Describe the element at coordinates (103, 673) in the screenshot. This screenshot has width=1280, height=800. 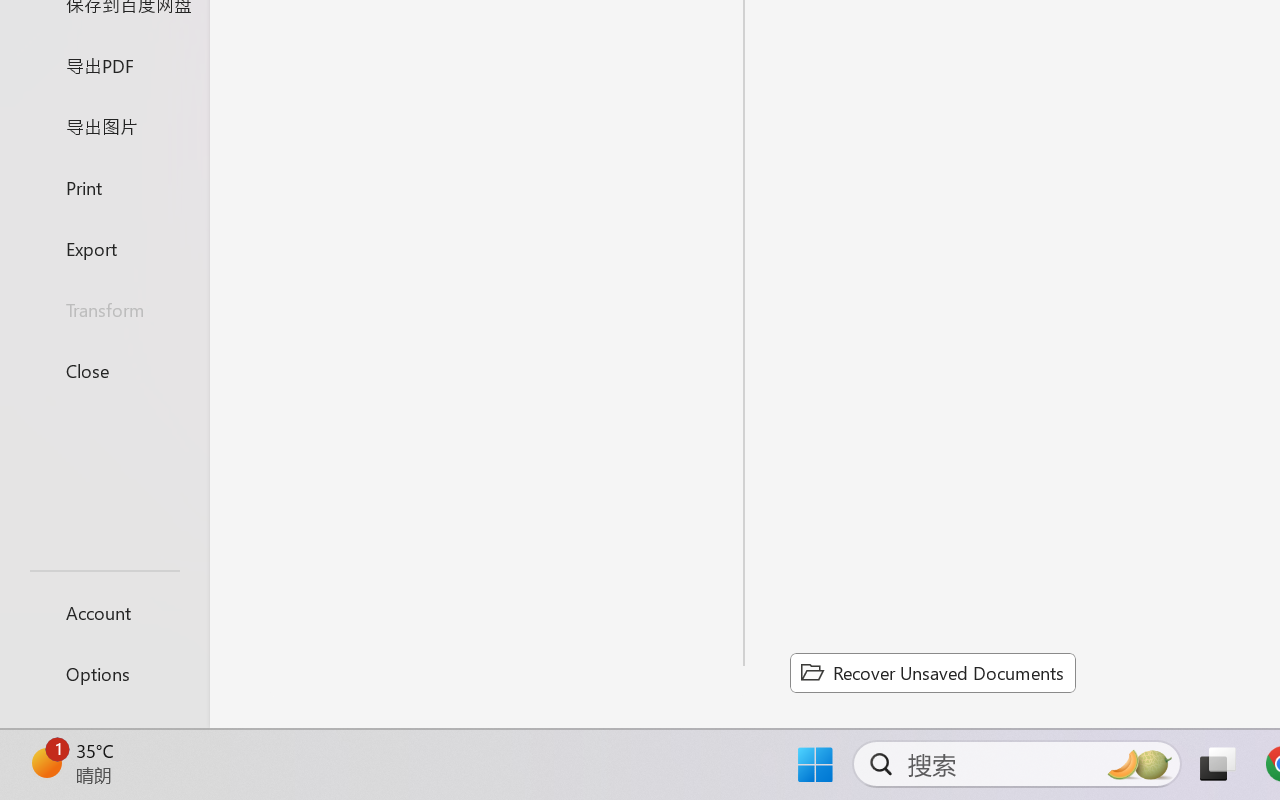
I see `'Options'` at that location.